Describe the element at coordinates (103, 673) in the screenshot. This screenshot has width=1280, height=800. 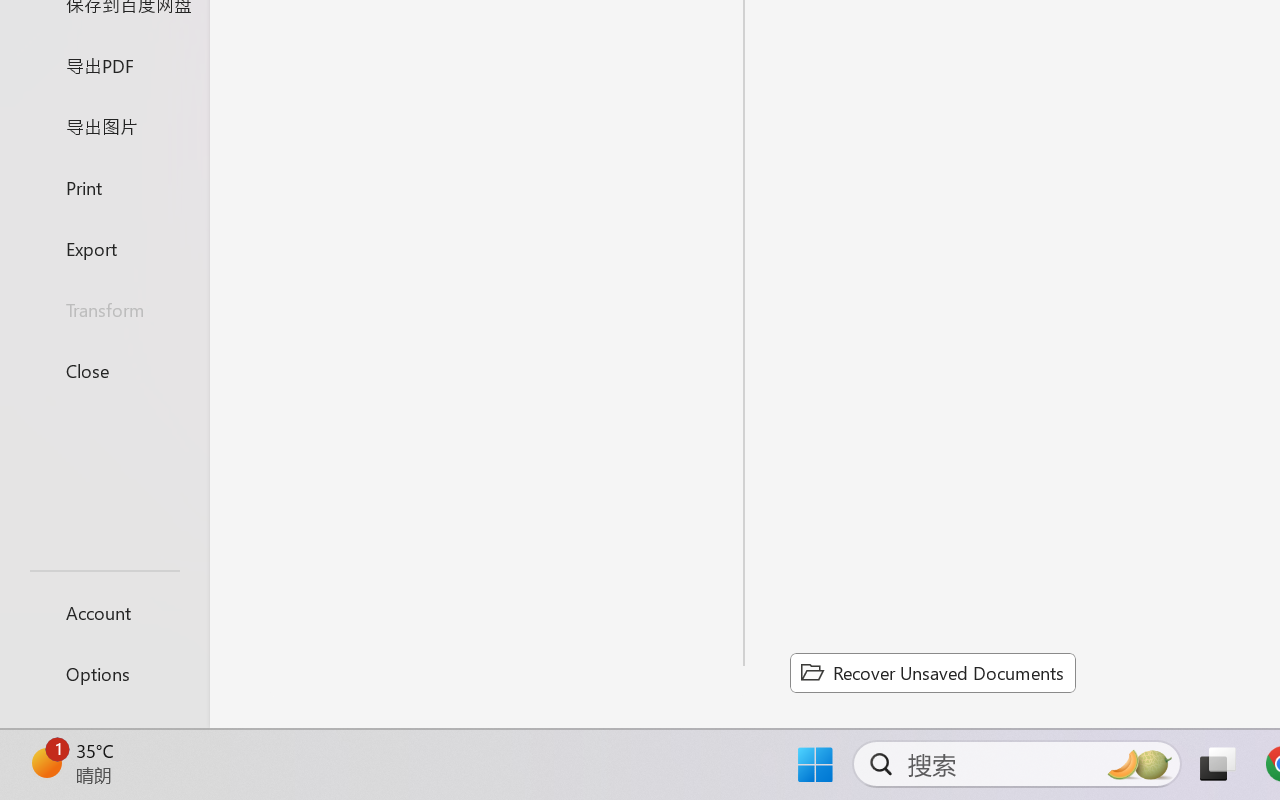
I see `'Options'` at that location.